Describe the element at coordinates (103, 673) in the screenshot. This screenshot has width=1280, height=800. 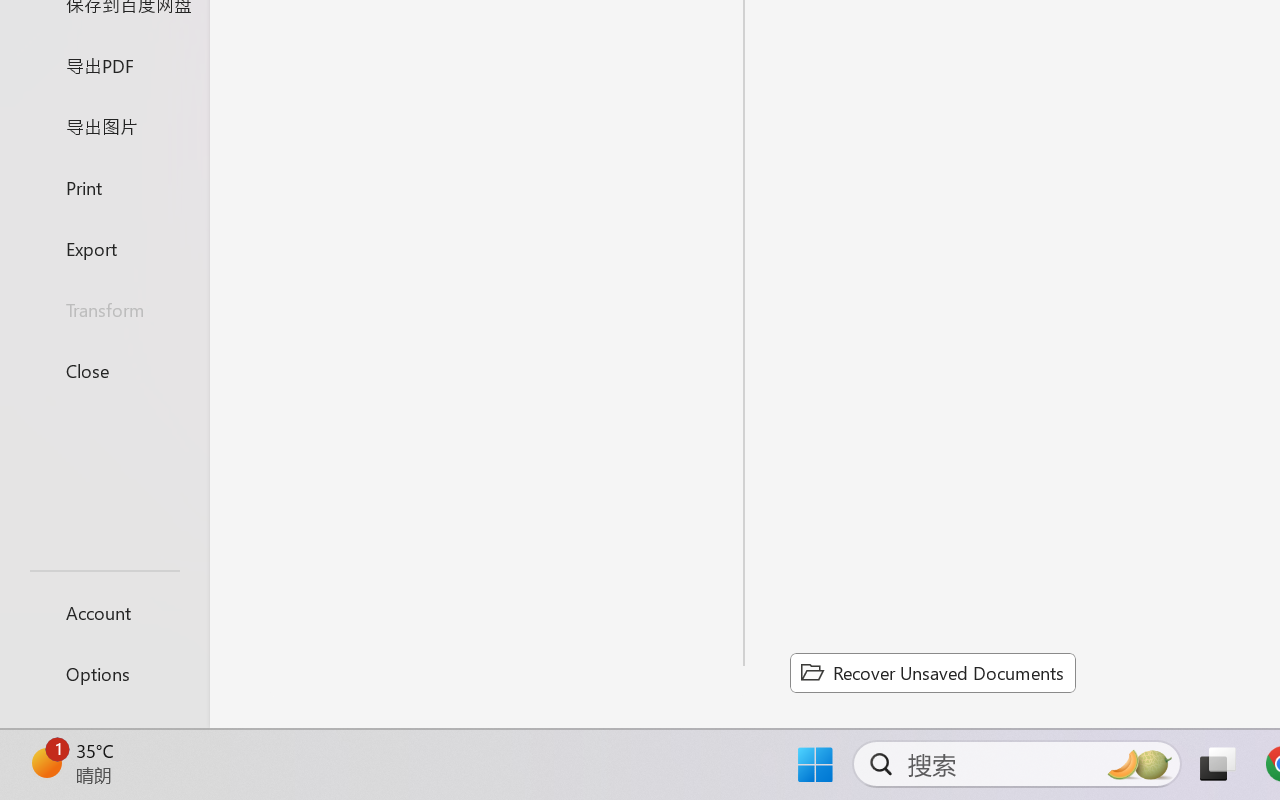
I see `'Options'` at that location.